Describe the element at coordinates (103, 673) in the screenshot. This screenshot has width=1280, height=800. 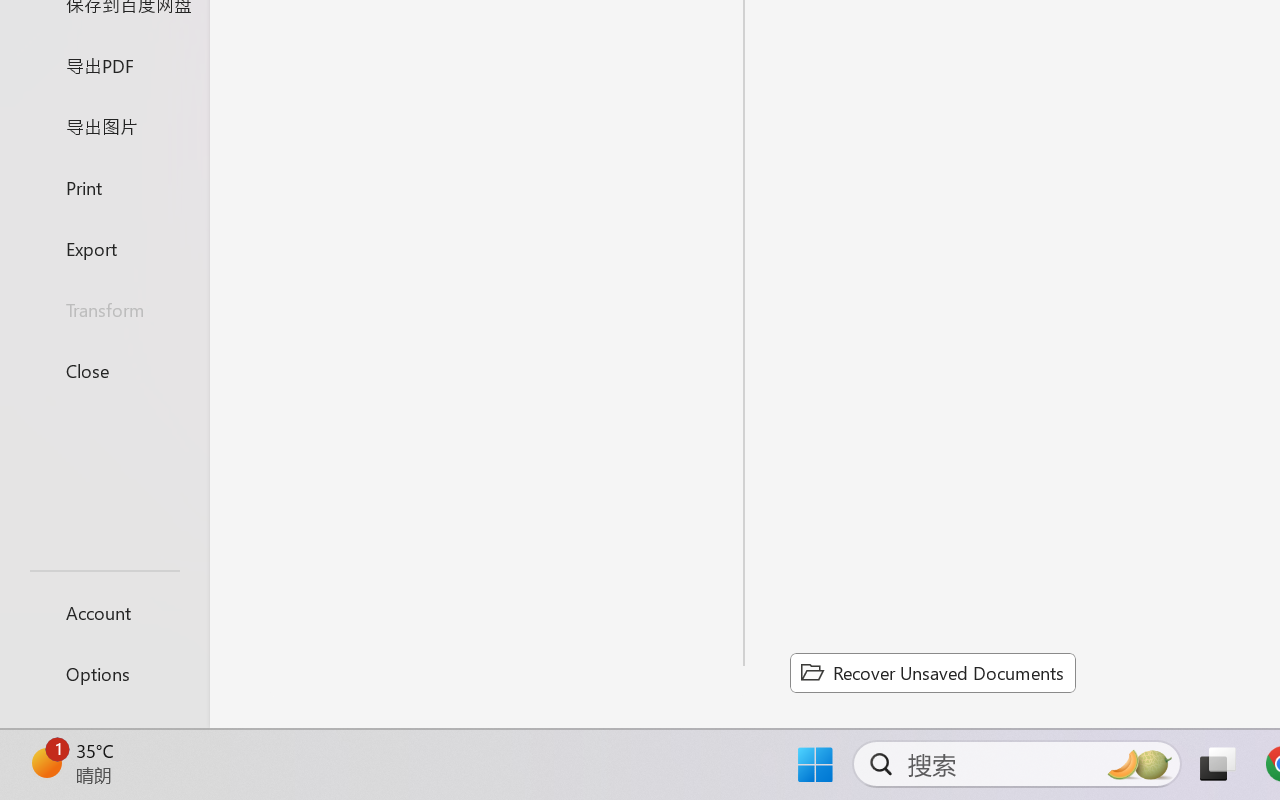
I see `'Options'` at that location.